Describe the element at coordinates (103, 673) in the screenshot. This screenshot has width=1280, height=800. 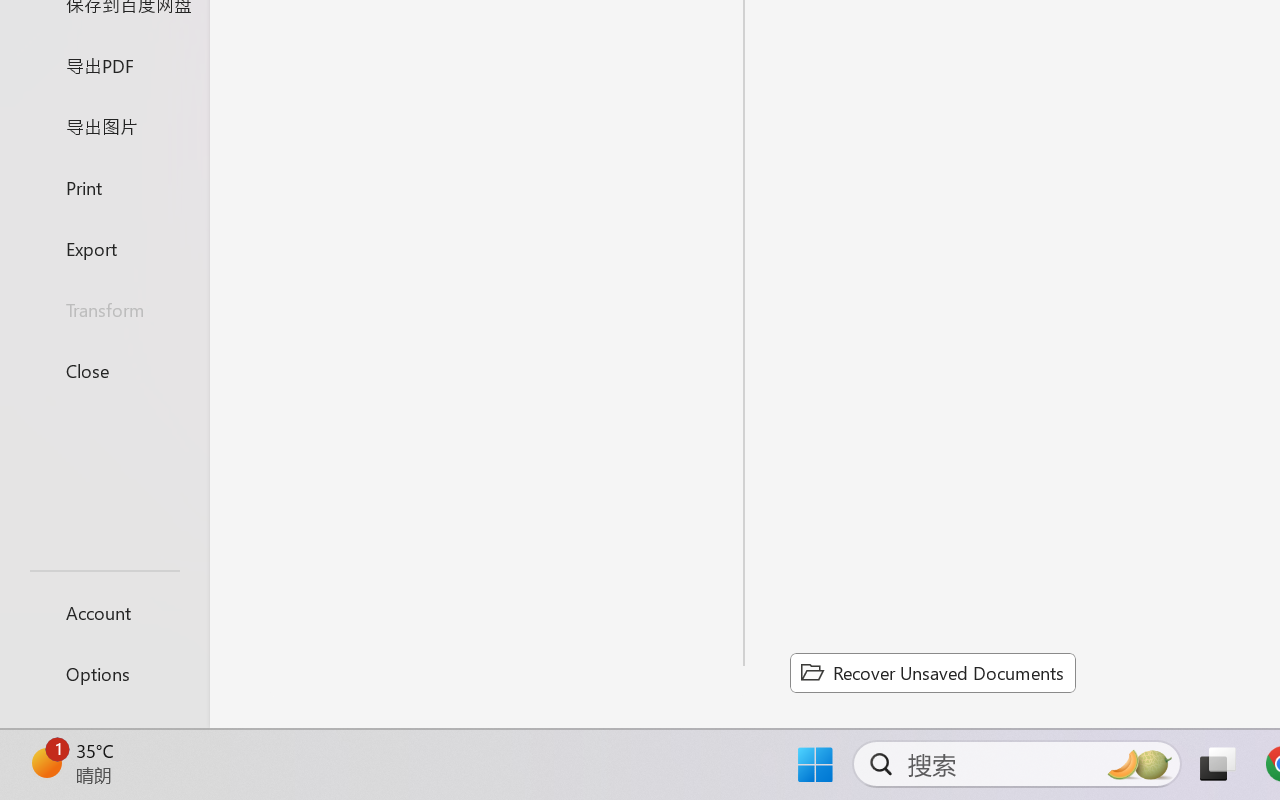
I see `'Options'` at that location.